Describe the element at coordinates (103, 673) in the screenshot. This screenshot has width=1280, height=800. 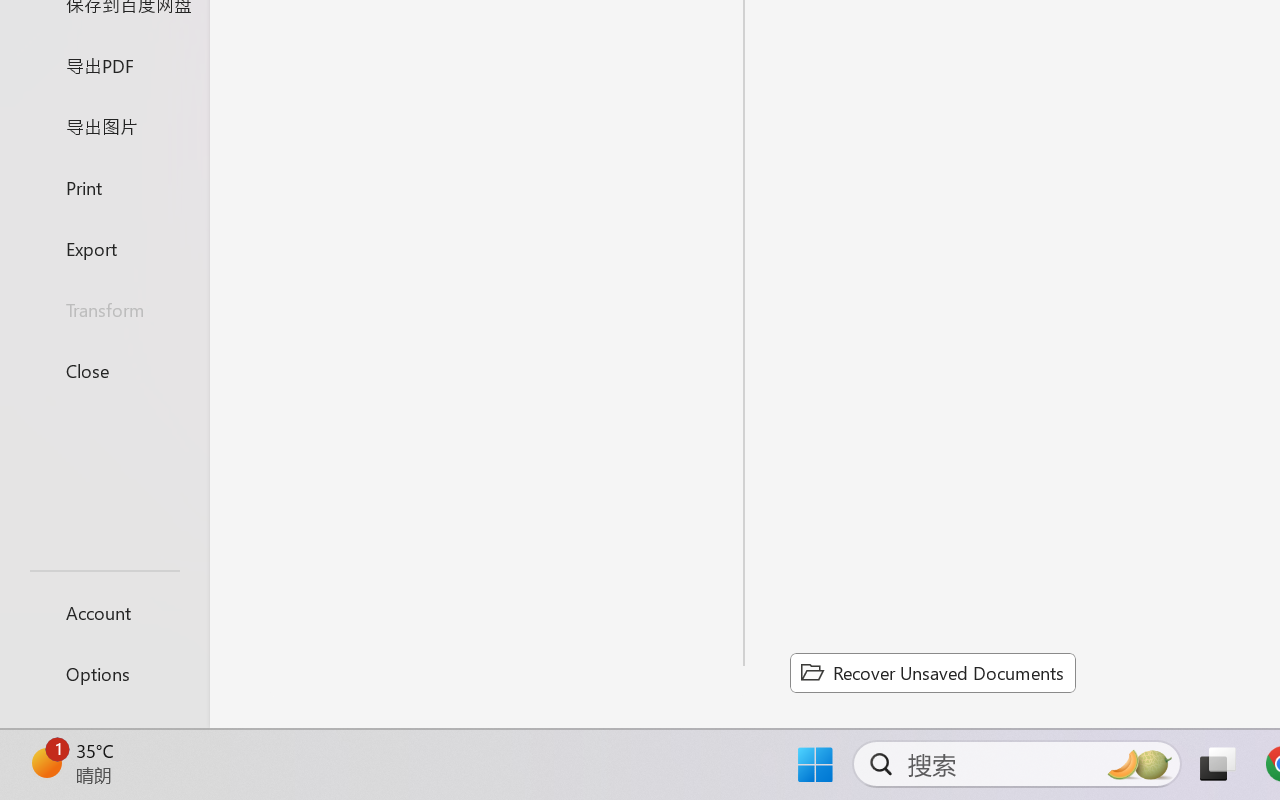
I see `'Options'` at that location.